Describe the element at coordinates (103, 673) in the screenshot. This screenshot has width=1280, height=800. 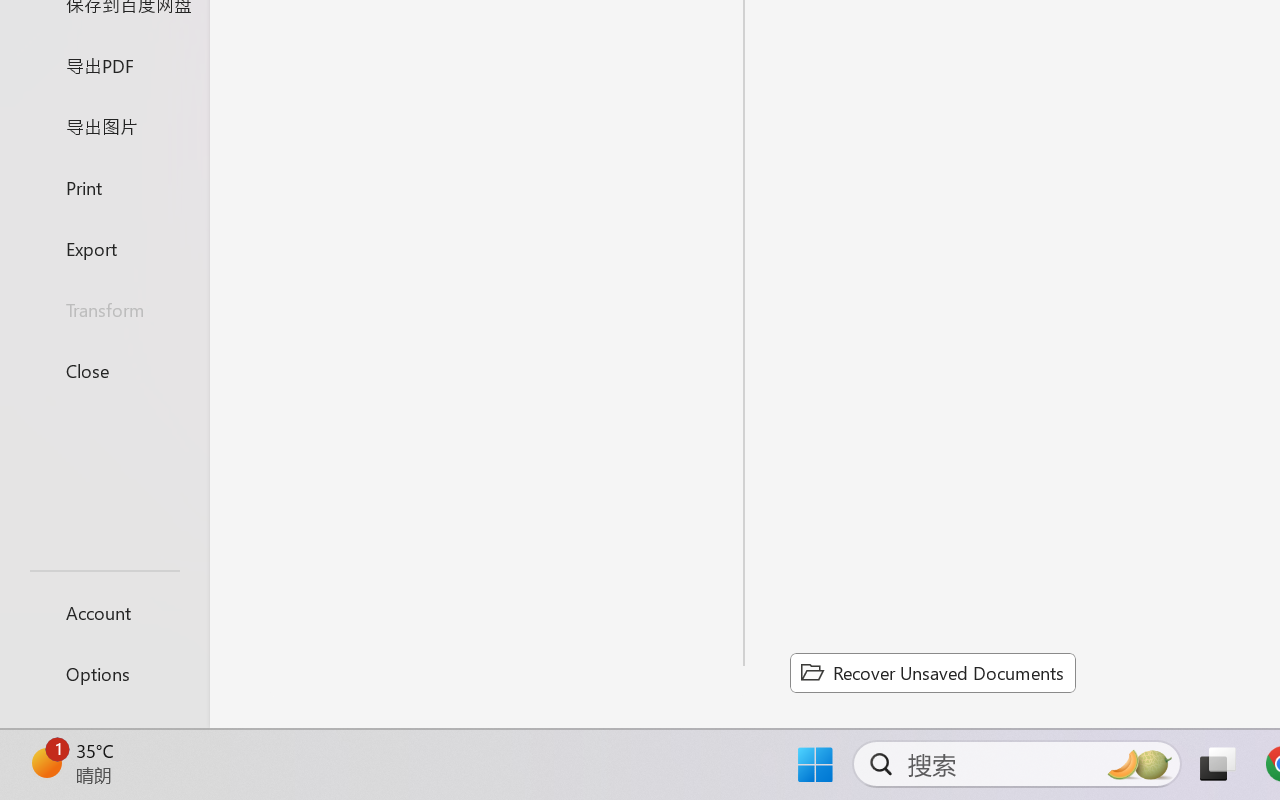
I see `'Options'` at that location.